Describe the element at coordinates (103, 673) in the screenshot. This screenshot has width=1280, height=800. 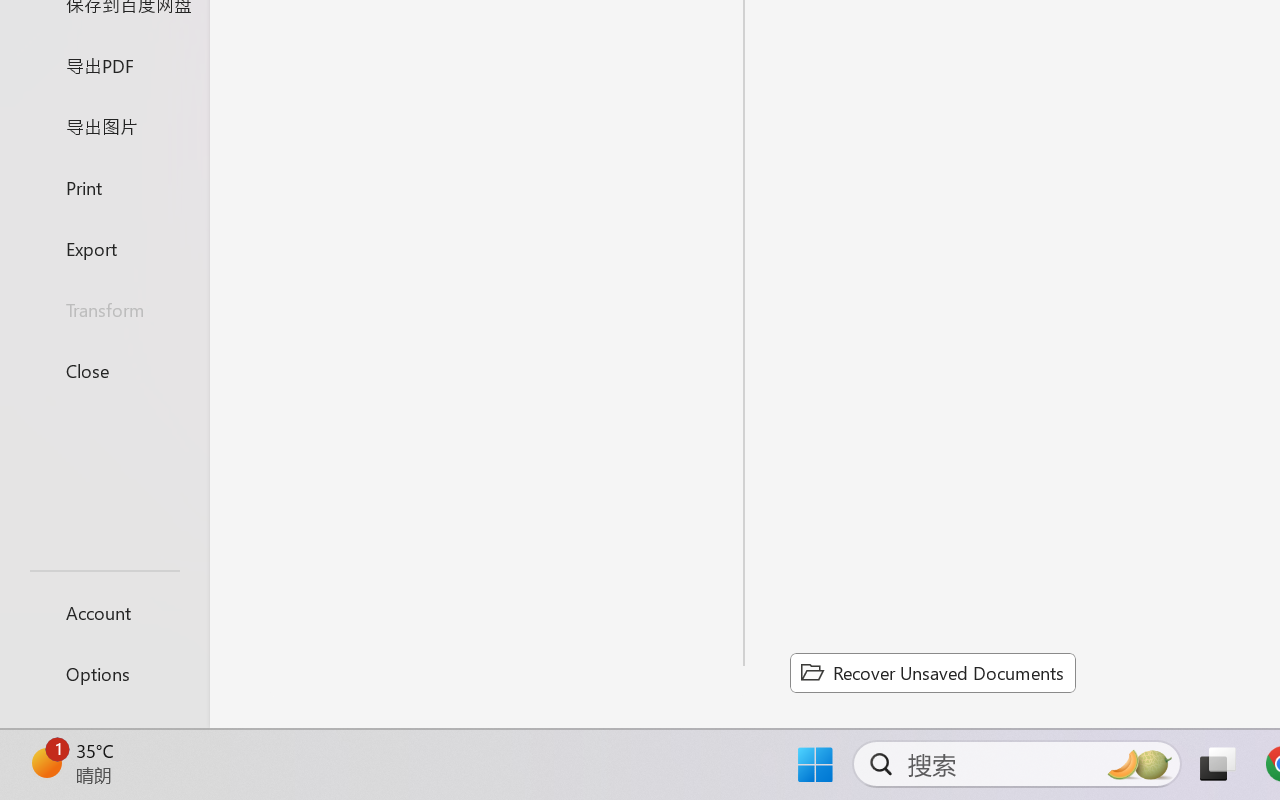
I see `'Options'` at that location.